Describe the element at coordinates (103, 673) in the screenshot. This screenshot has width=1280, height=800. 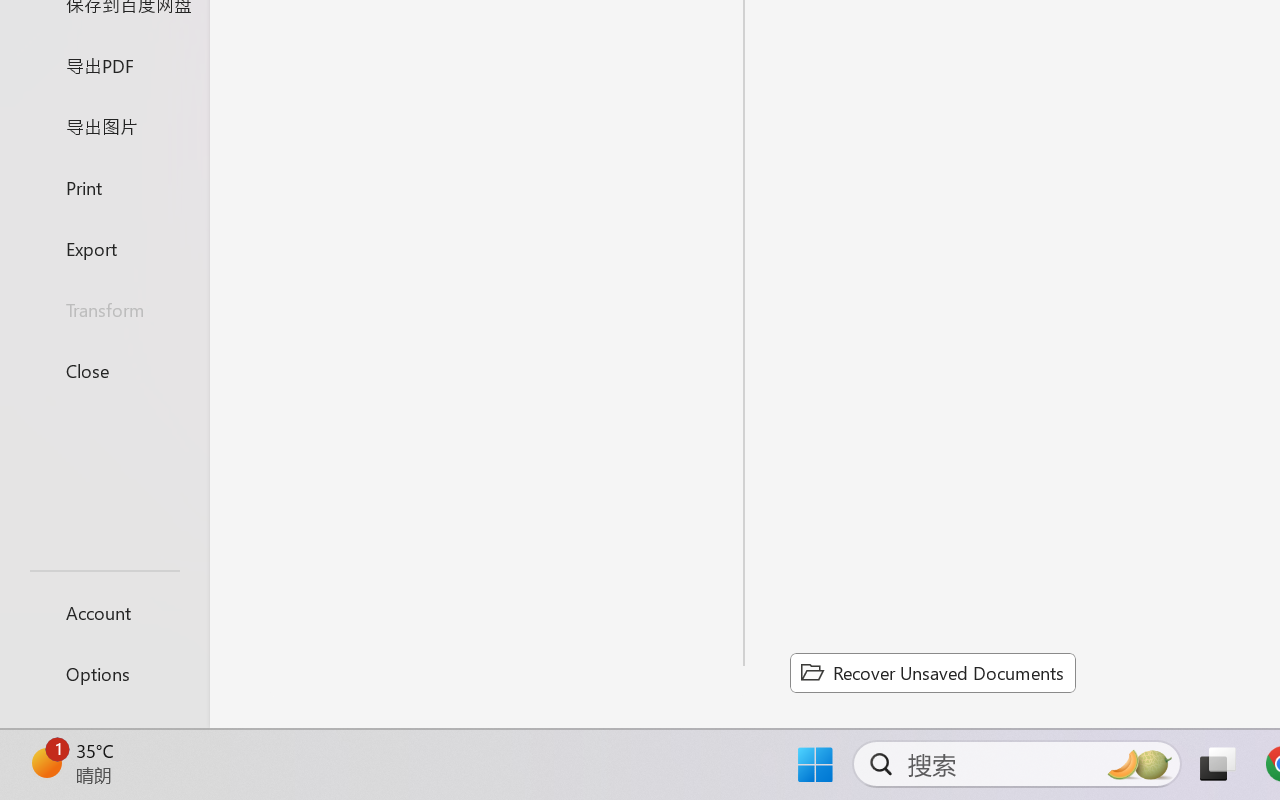
I see `'Options'` at that location.